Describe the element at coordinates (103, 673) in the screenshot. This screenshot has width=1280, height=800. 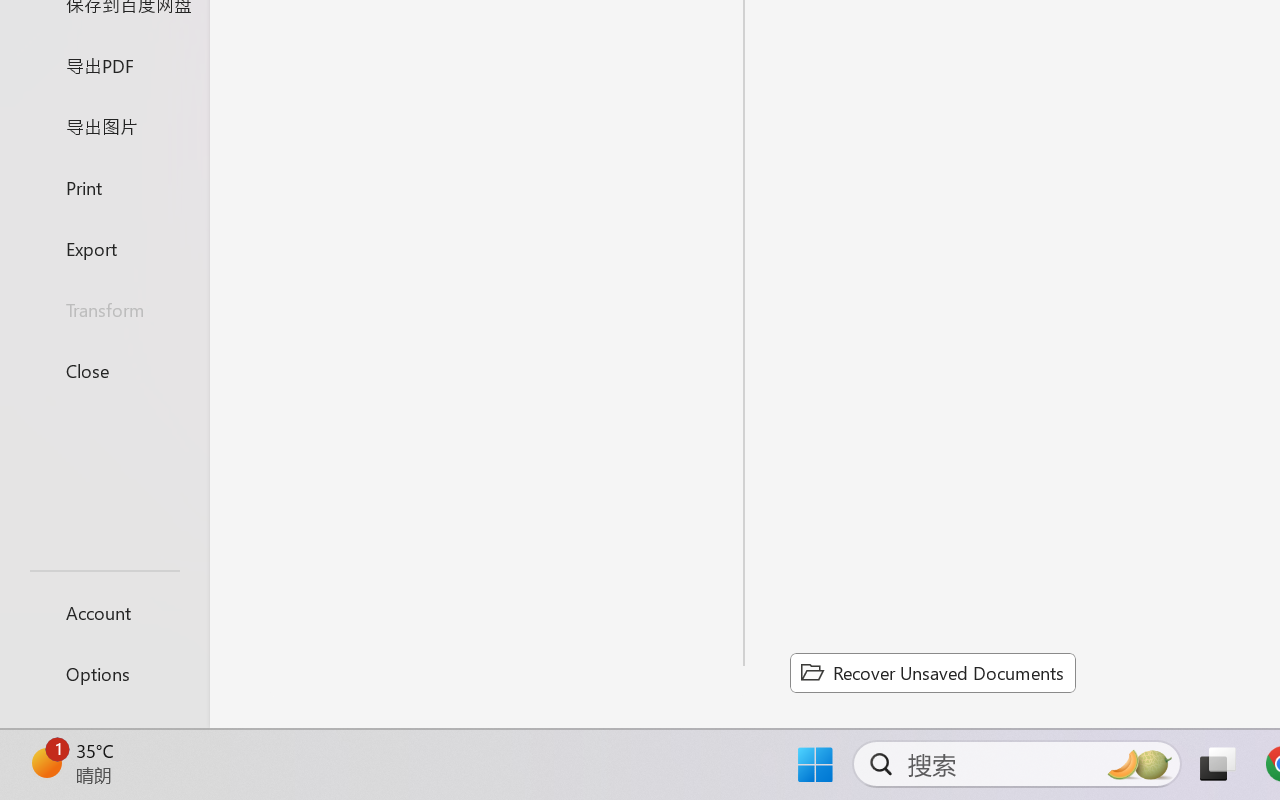
I see `'Options'` at that location.